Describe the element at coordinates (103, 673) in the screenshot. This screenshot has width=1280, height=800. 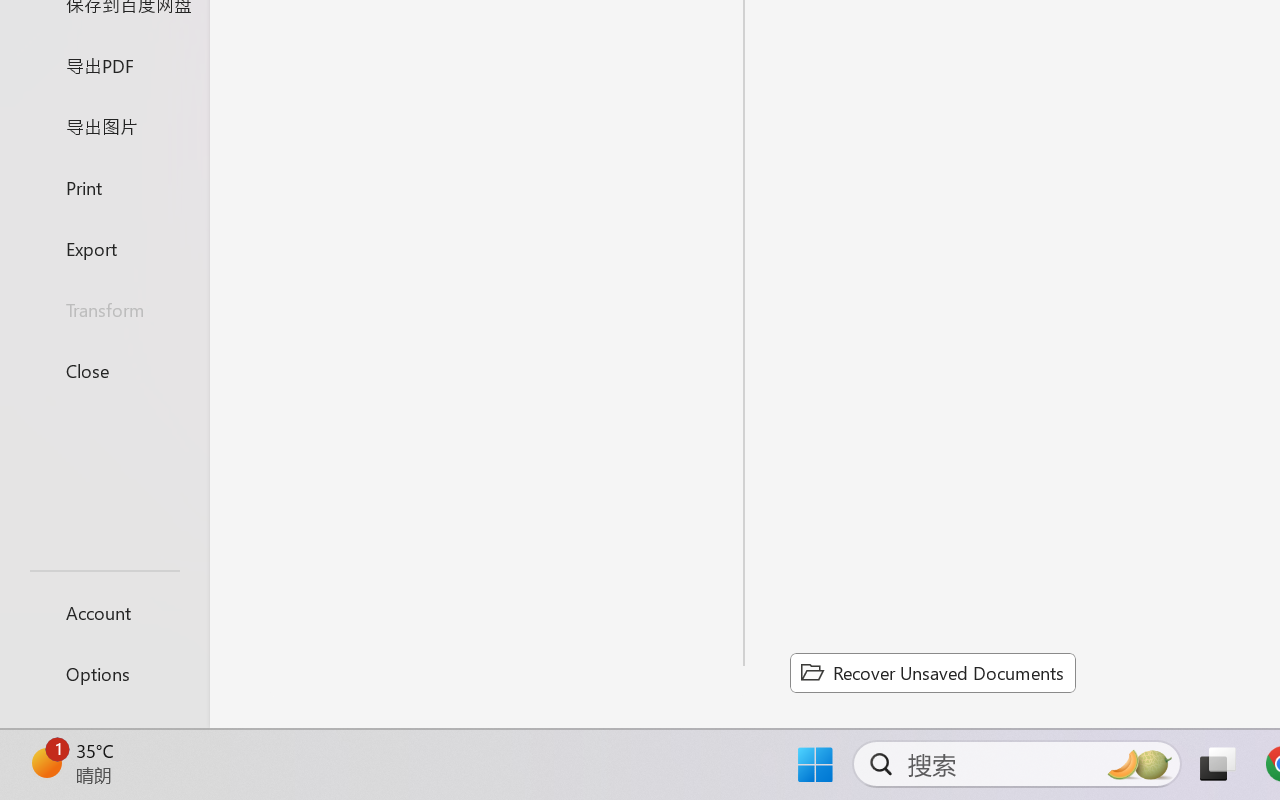
I see `'Options'` at that location.